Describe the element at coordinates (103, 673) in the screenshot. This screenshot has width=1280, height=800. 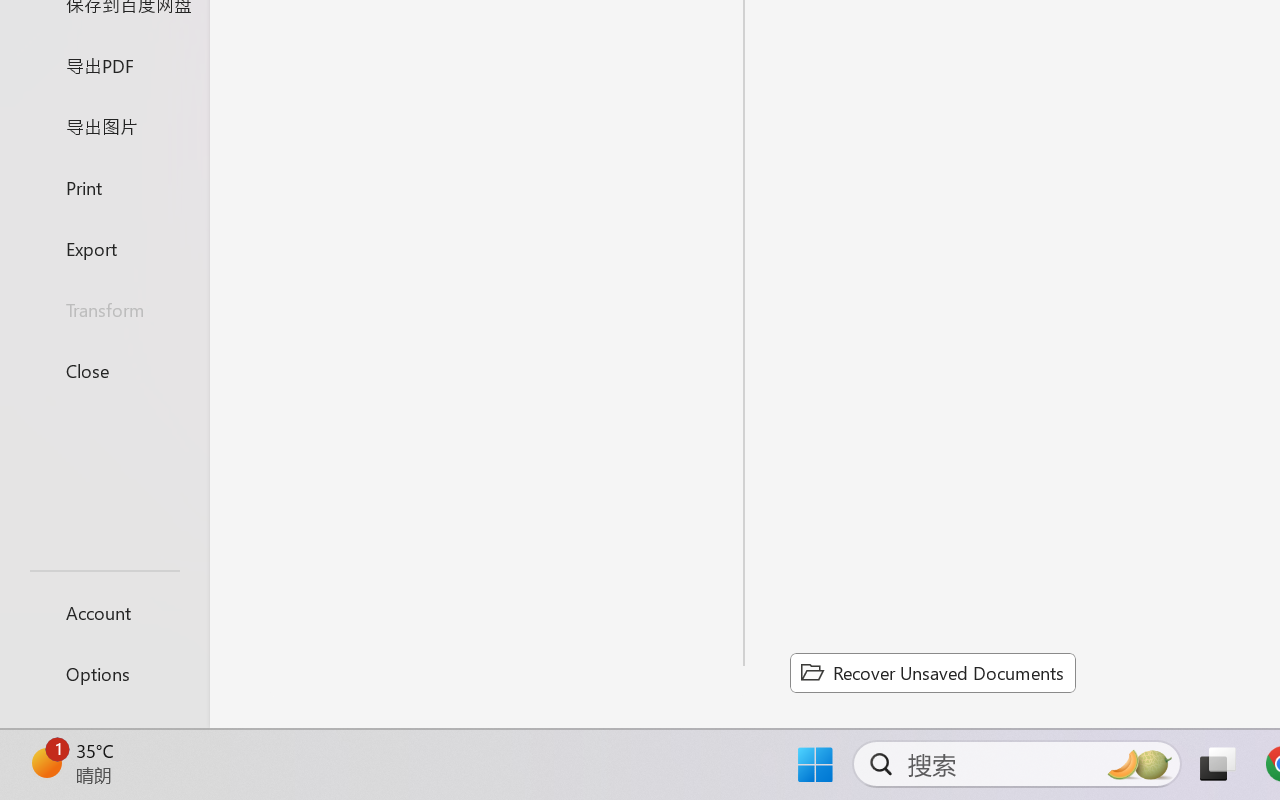
I see `'Options'` at that location.